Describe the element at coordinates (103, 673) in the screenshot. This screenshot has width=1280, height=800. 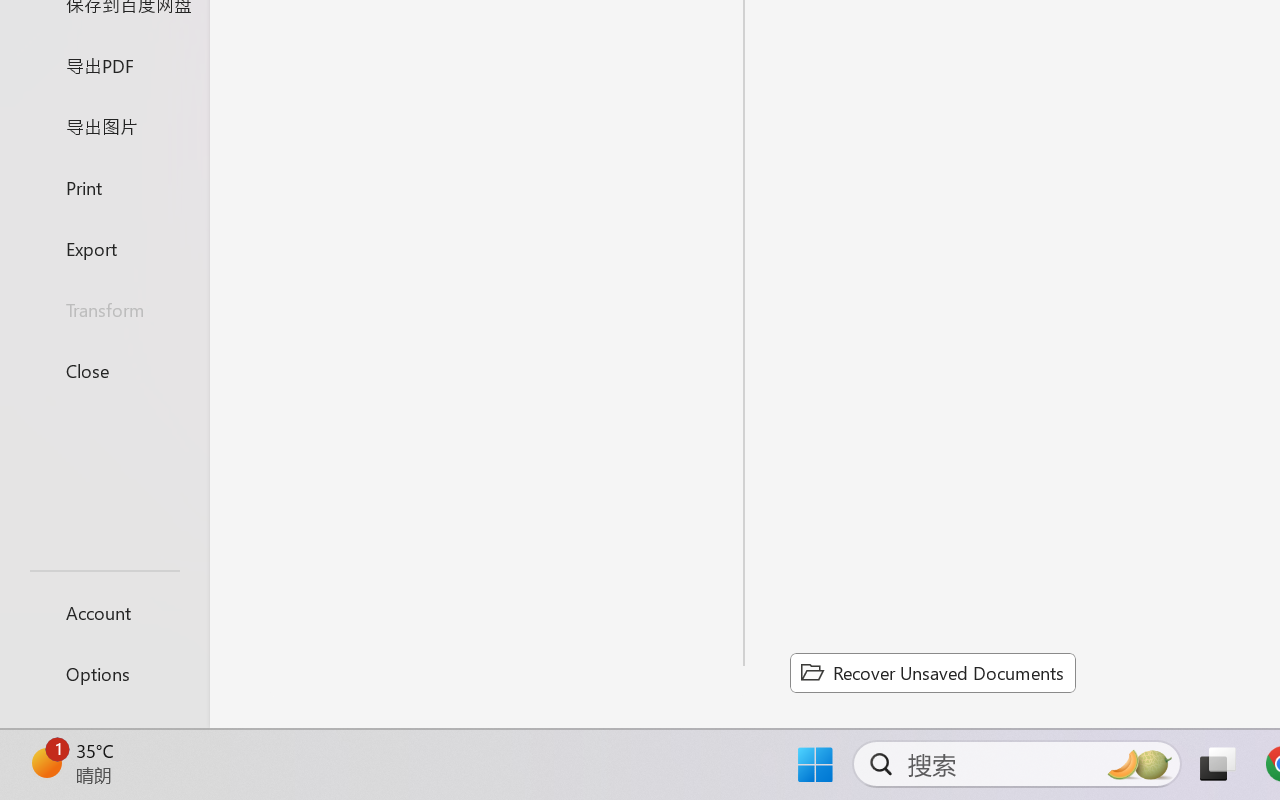
I see `'Options'` at that location.